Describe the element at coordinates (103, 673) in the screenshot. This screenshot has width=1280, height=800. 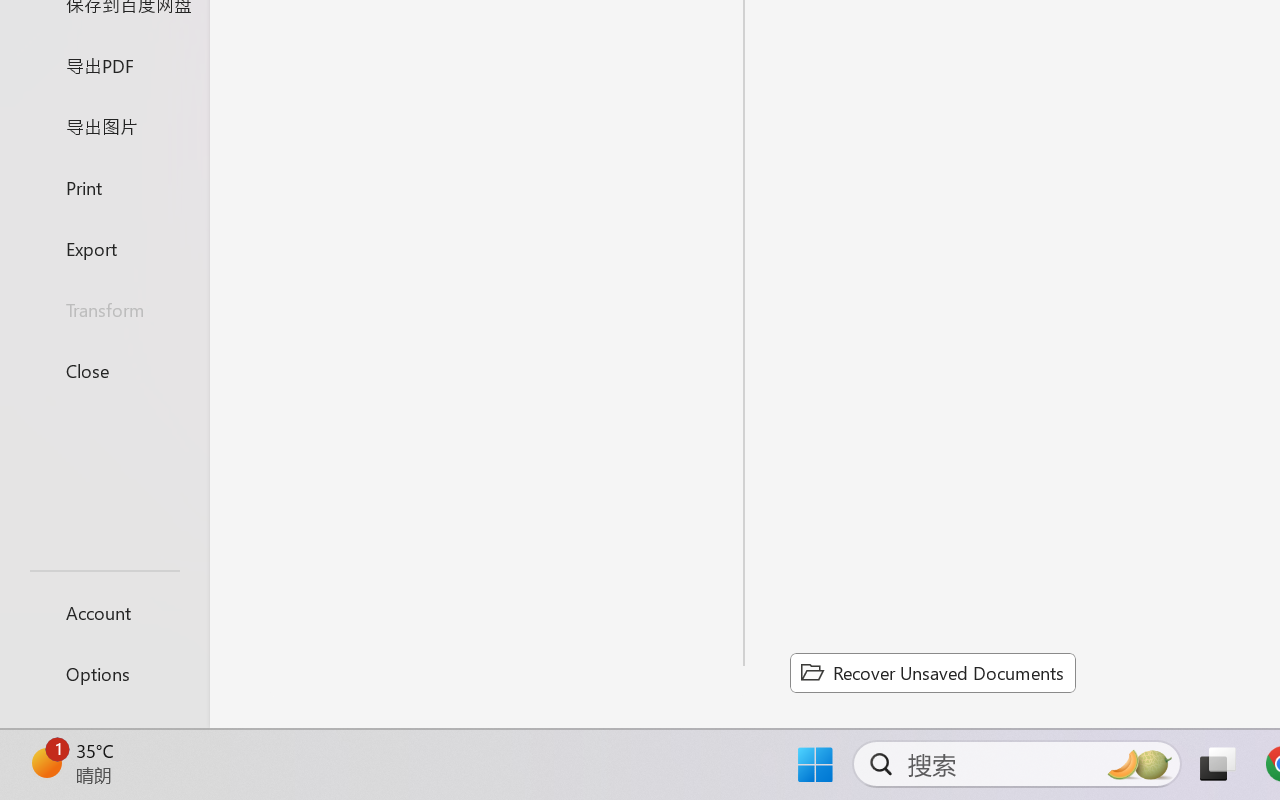
I see `'Options'` at that location.